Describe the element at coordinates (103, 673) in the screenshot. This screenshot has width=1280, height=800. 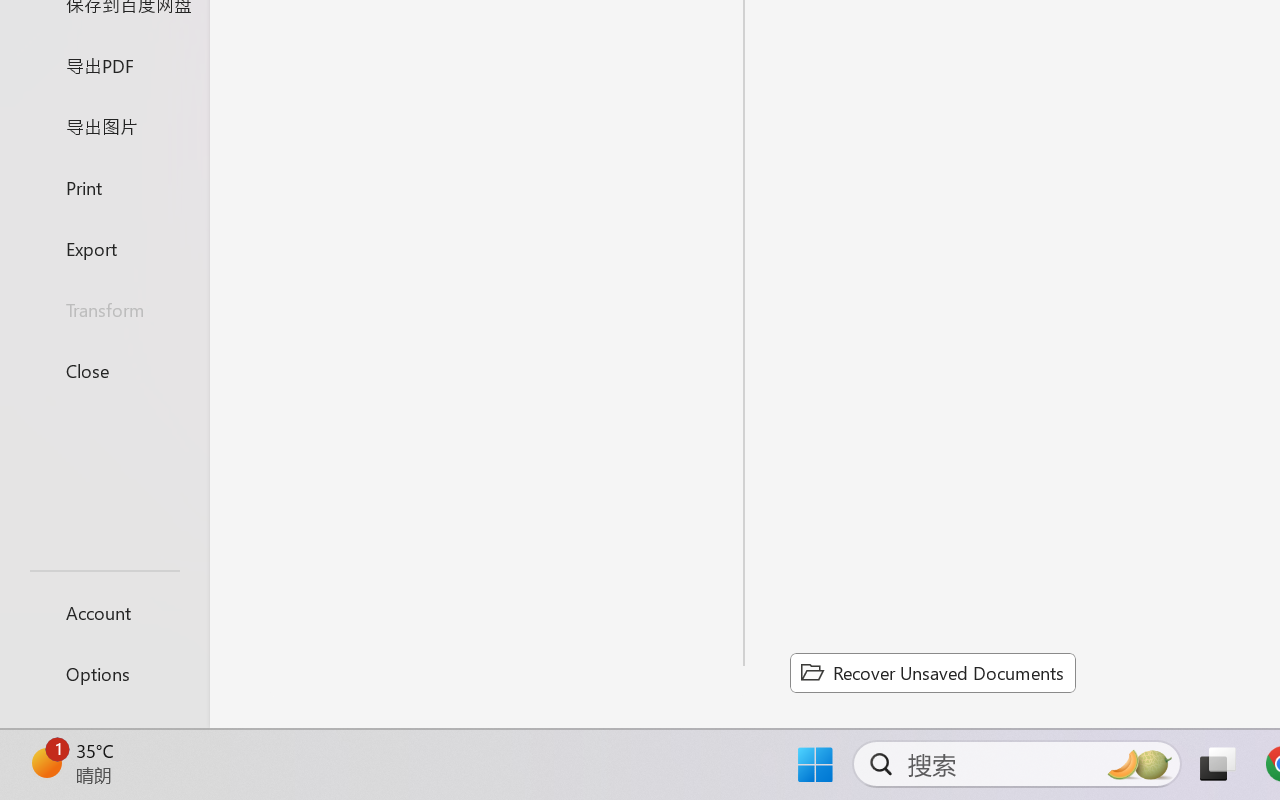
I see `'Options'` at that location.